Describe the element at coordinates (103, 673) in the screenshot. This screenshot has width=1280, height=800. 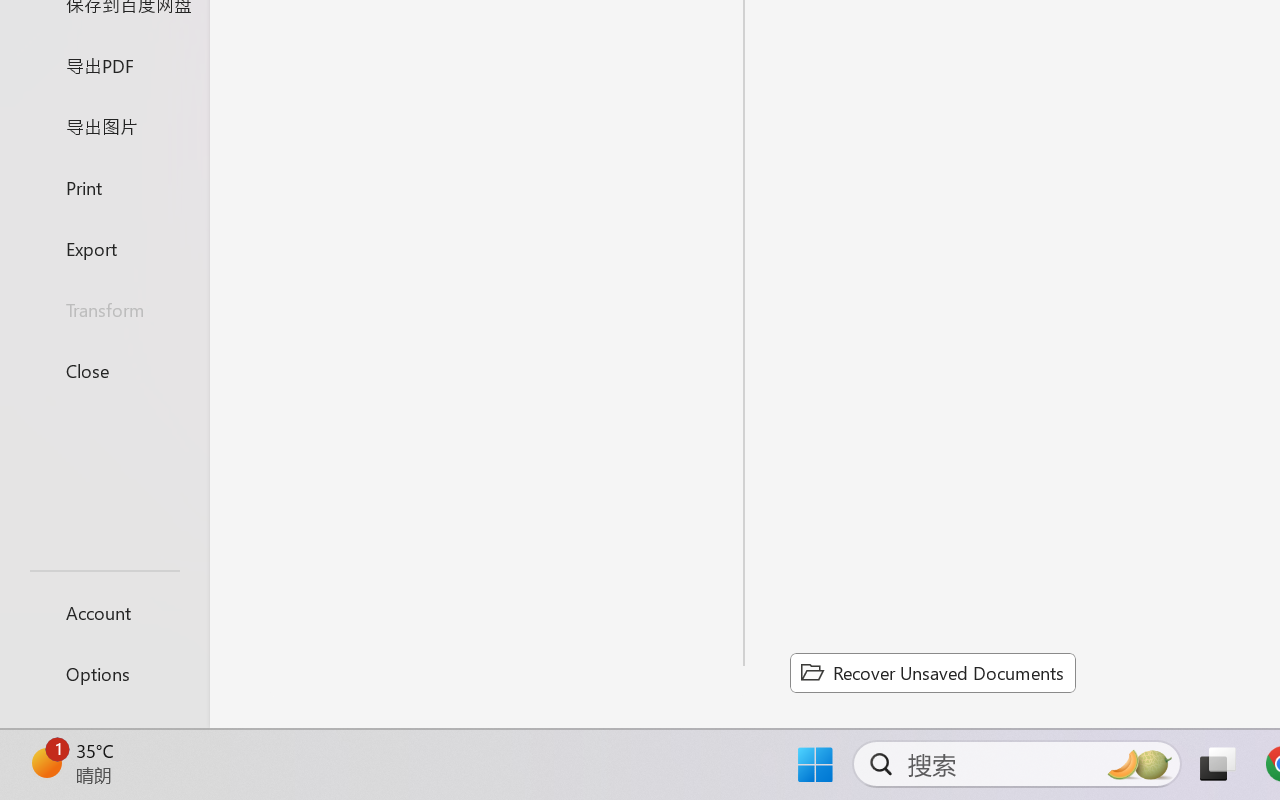
I see `'Options'` at that location.